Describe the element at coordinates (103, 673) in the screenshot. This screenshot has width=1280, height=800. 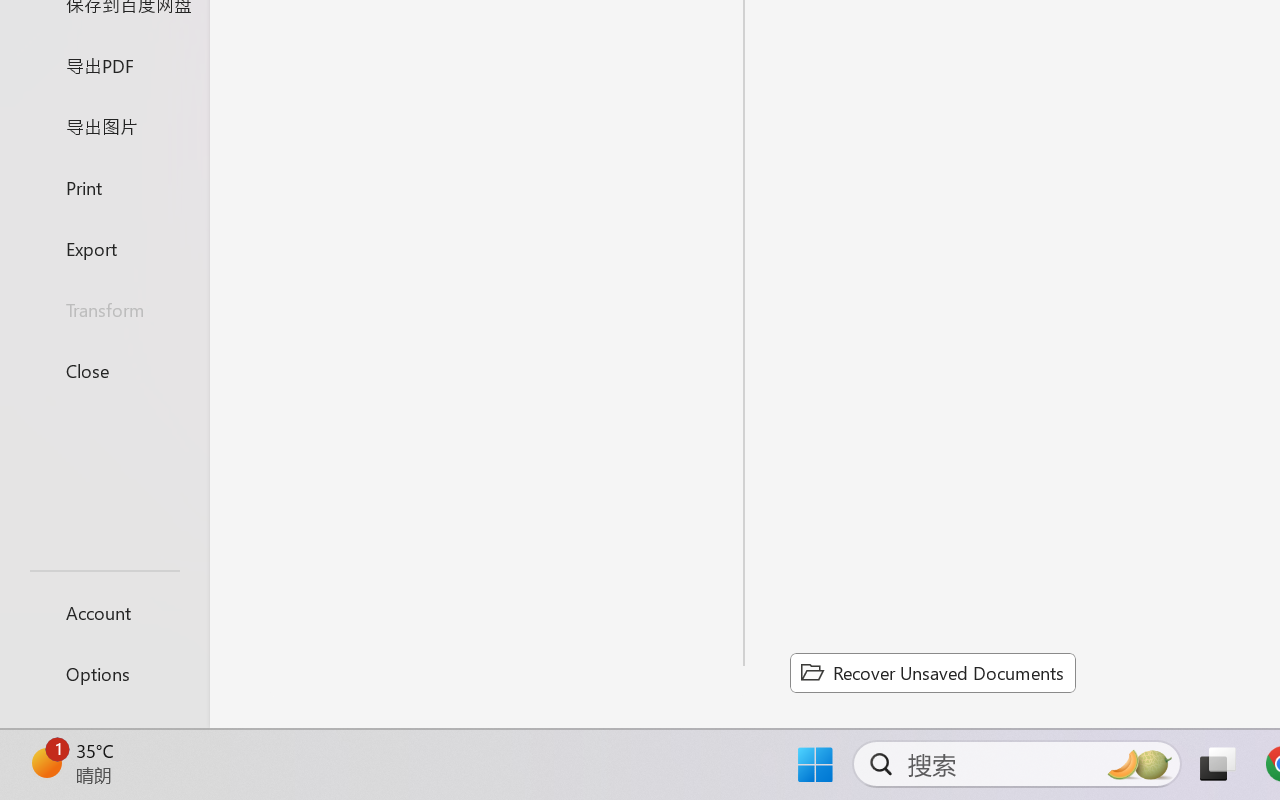
I see `'Options'` at that location.